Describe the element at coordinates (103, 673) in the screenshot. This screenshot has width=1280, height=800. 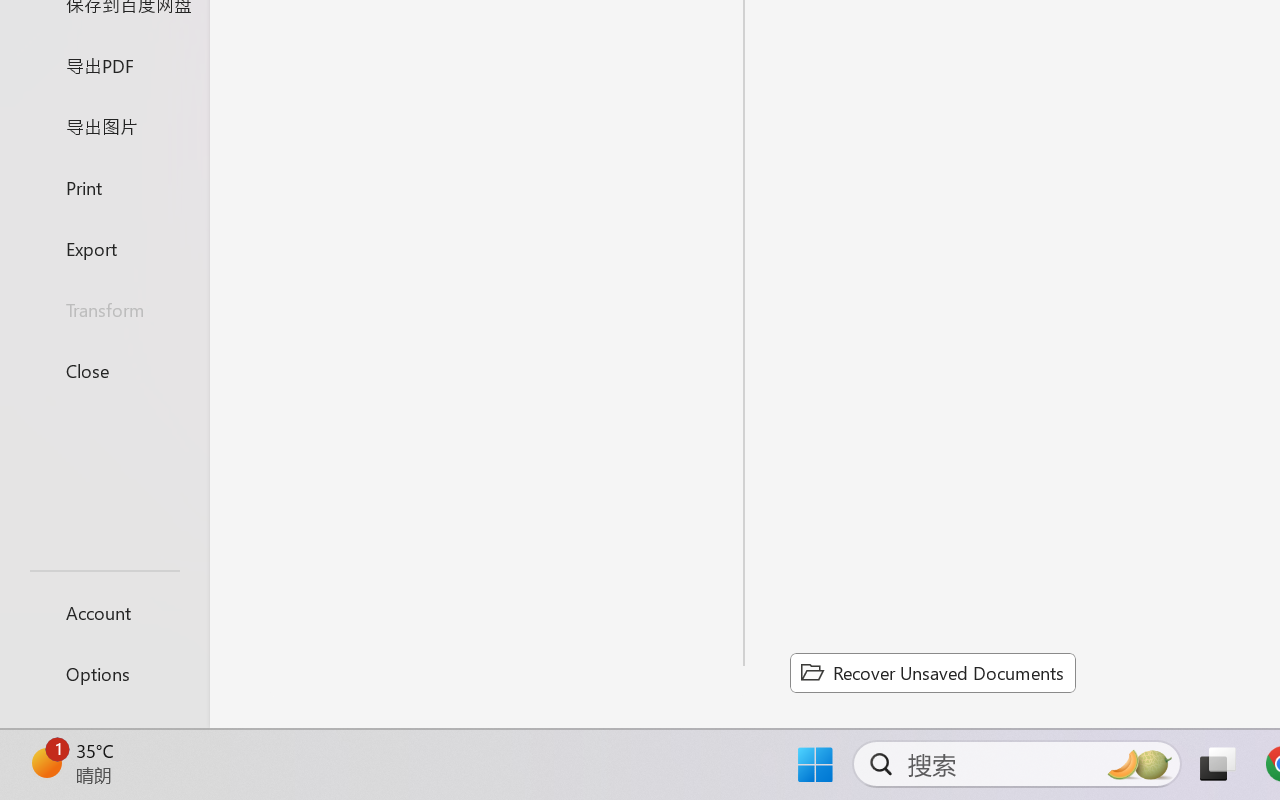
I see `'Options'` at that location.